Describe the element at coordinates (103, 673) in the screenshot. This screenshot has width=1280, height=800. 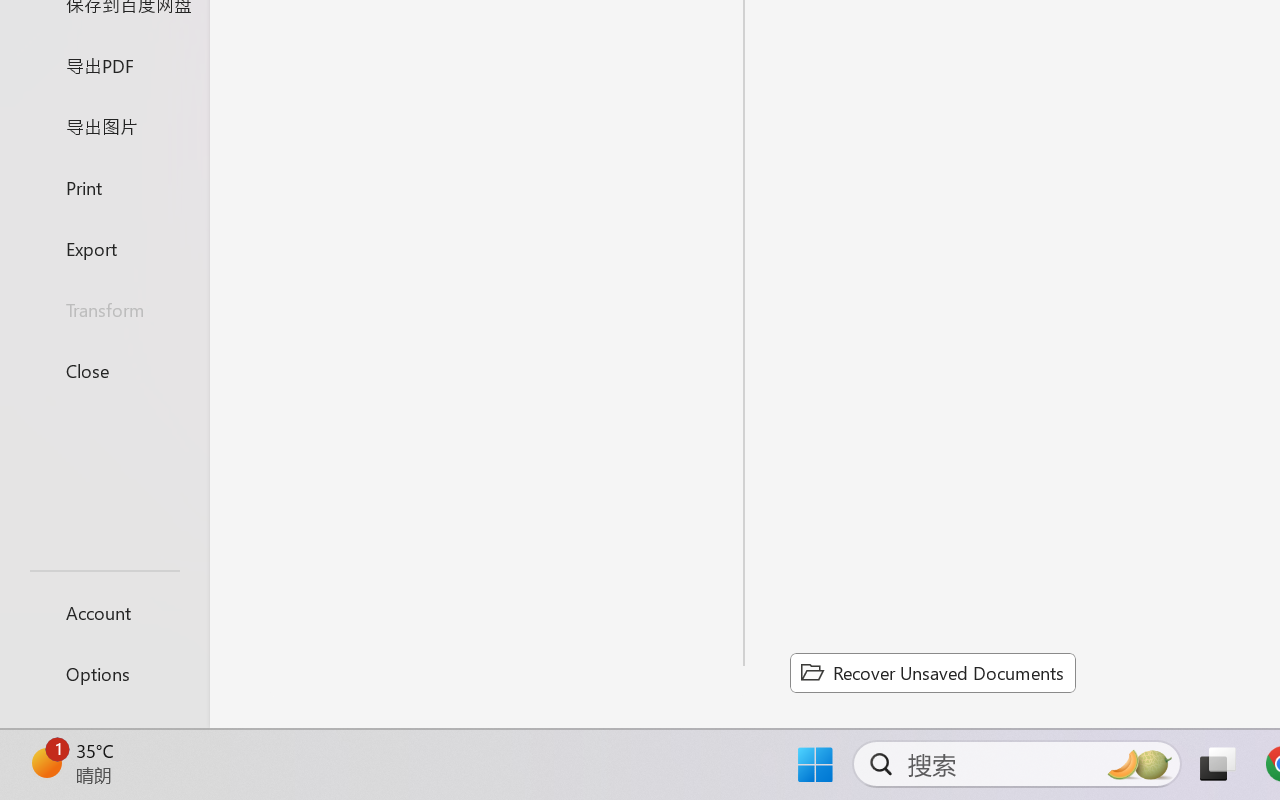
I see `'Options'` at that location.